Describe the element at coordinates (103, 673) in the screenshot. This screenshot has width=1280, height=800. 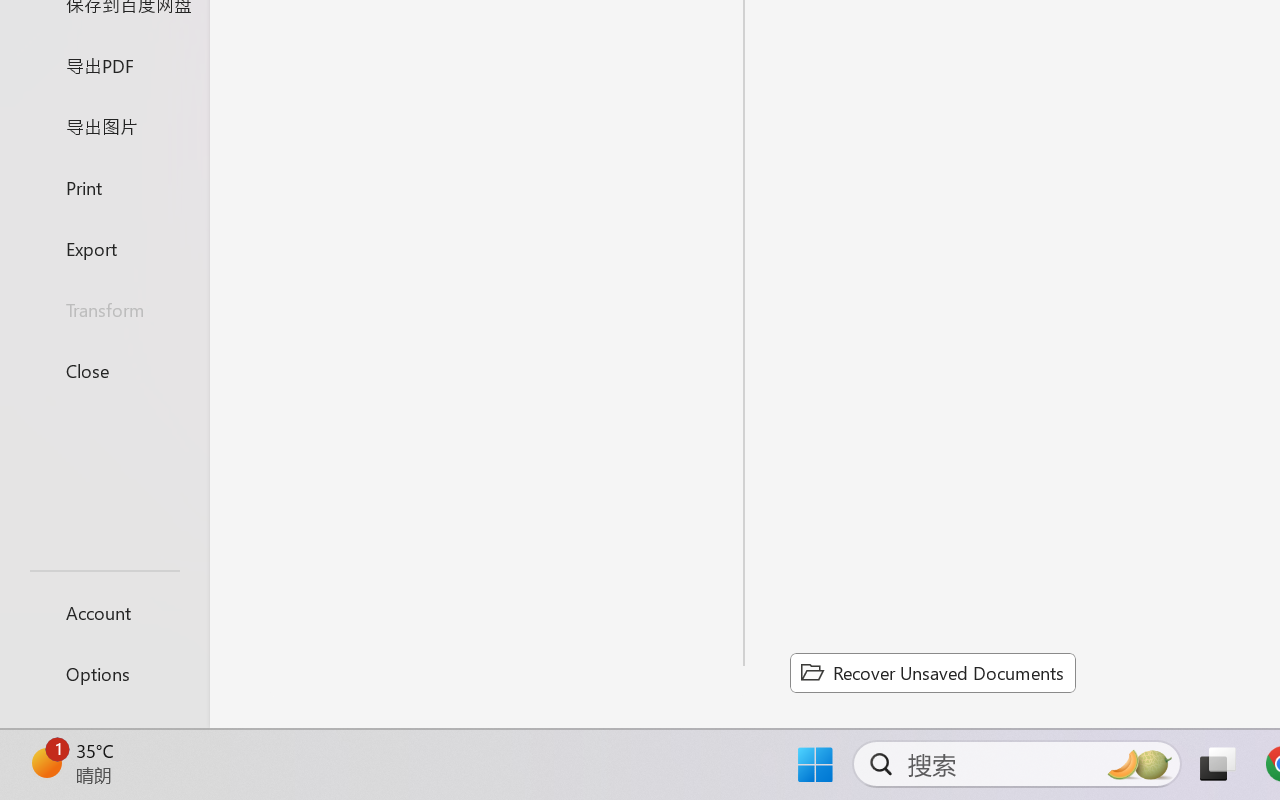
I see `'Options'` at that location.